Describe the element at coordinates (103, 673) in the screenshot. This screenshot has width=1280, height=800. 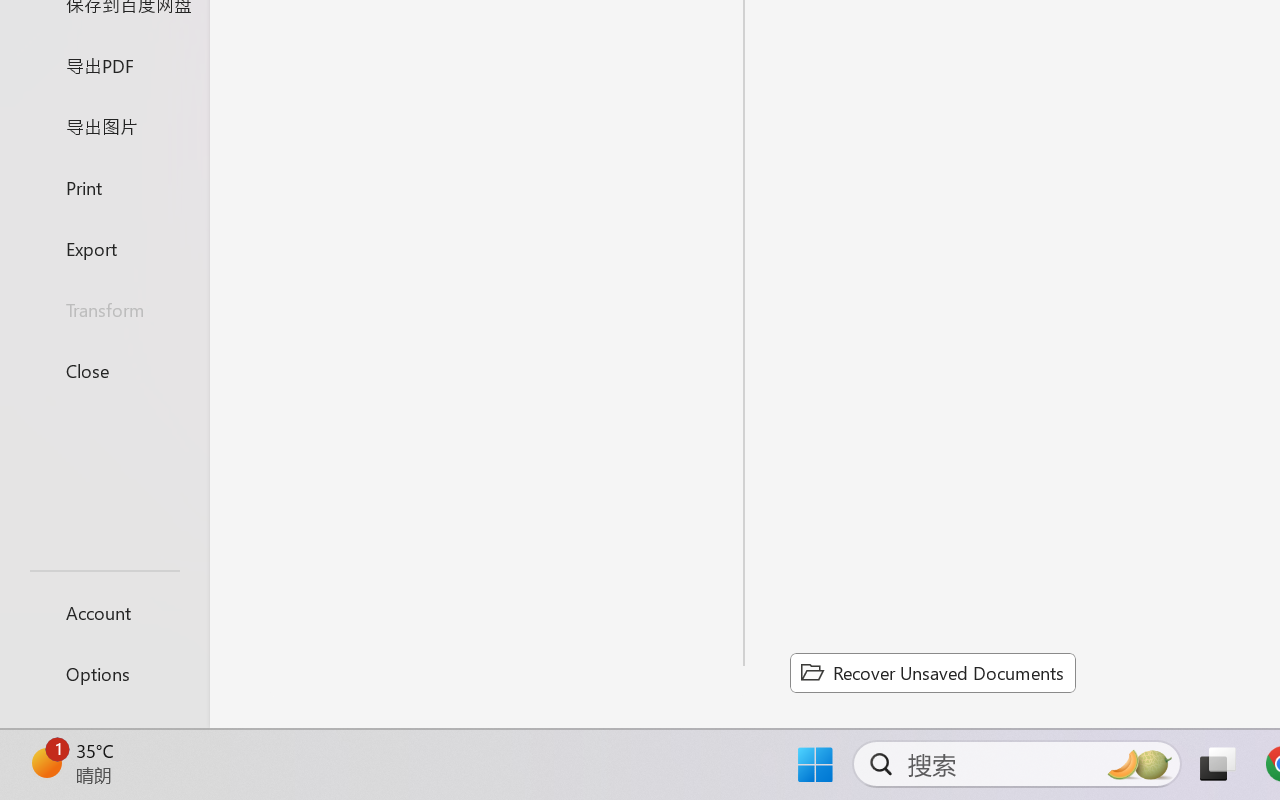
I see `'Options'` at that location.